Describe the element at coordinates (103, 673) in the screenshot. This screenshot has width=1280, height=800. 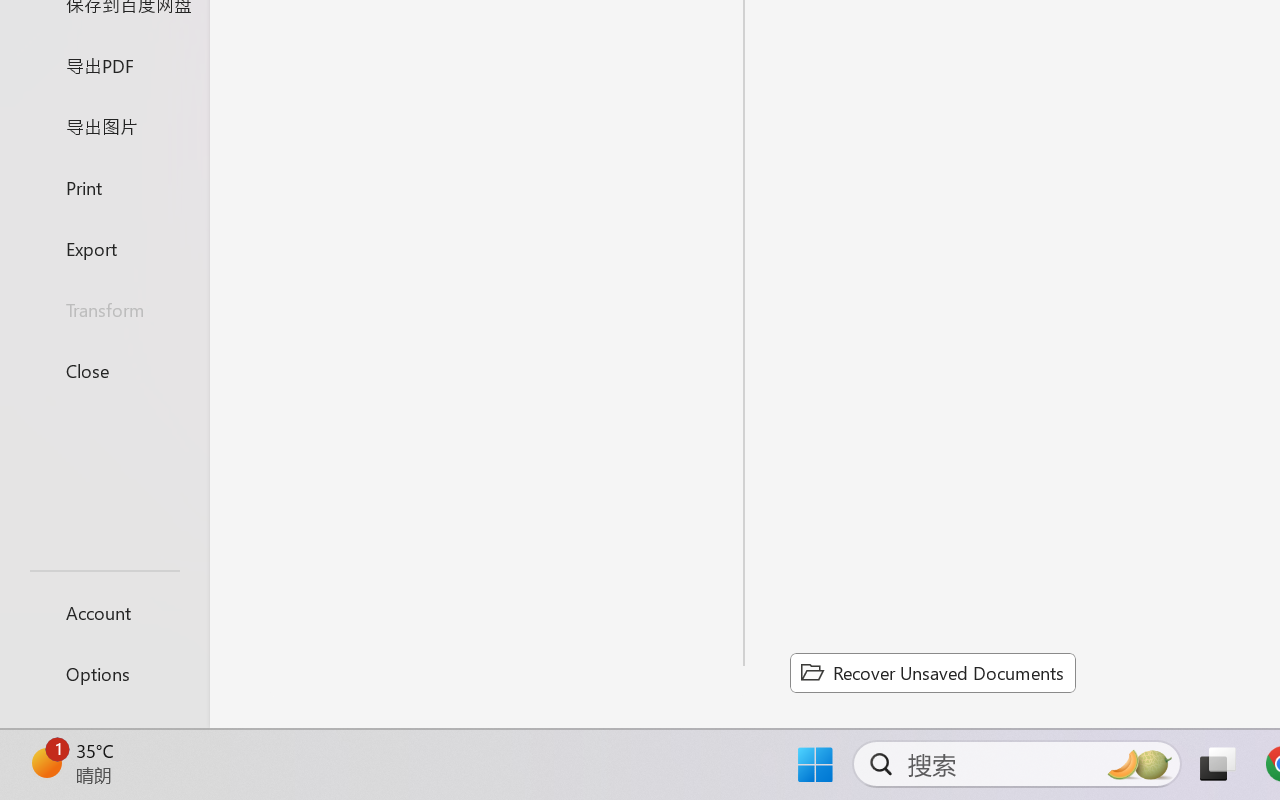
I see `'Options'` at that location.